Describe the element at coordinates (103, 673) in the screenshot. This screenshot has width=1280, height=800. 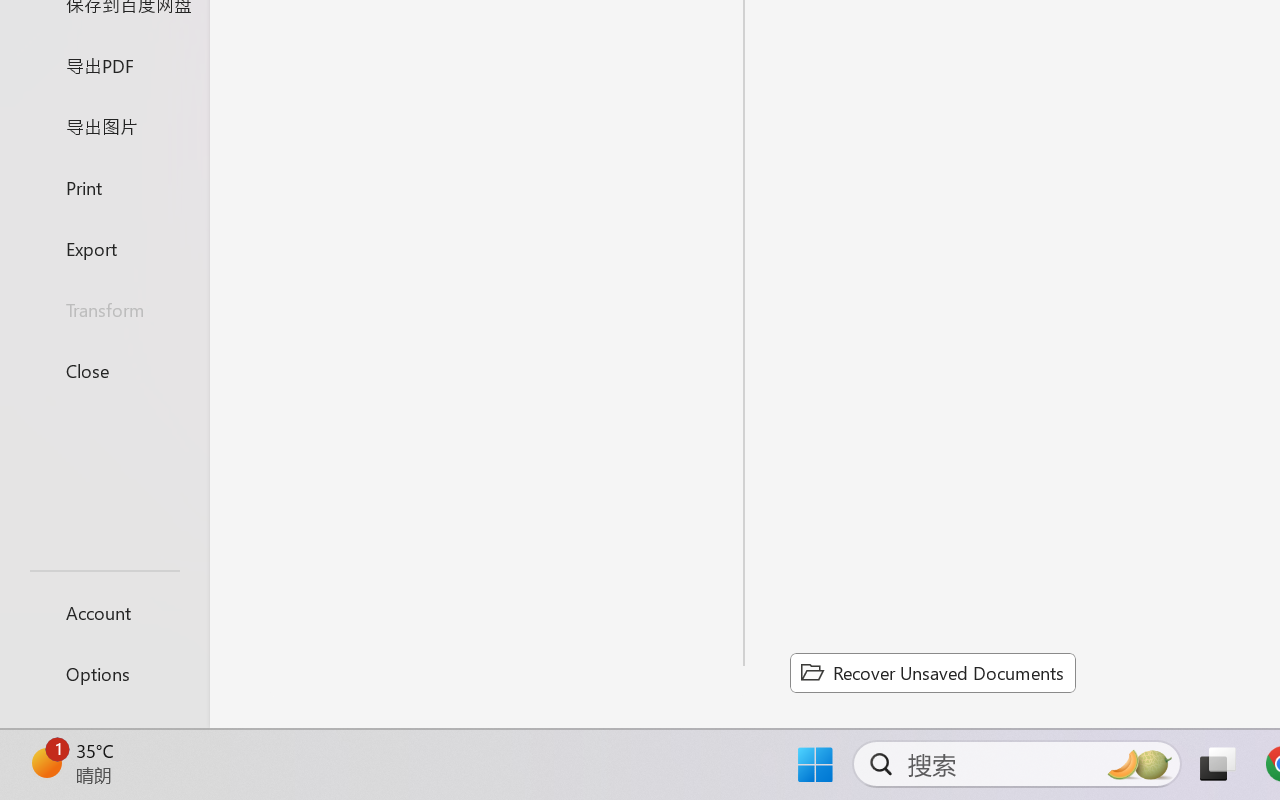
I see `'Options'` at that location.